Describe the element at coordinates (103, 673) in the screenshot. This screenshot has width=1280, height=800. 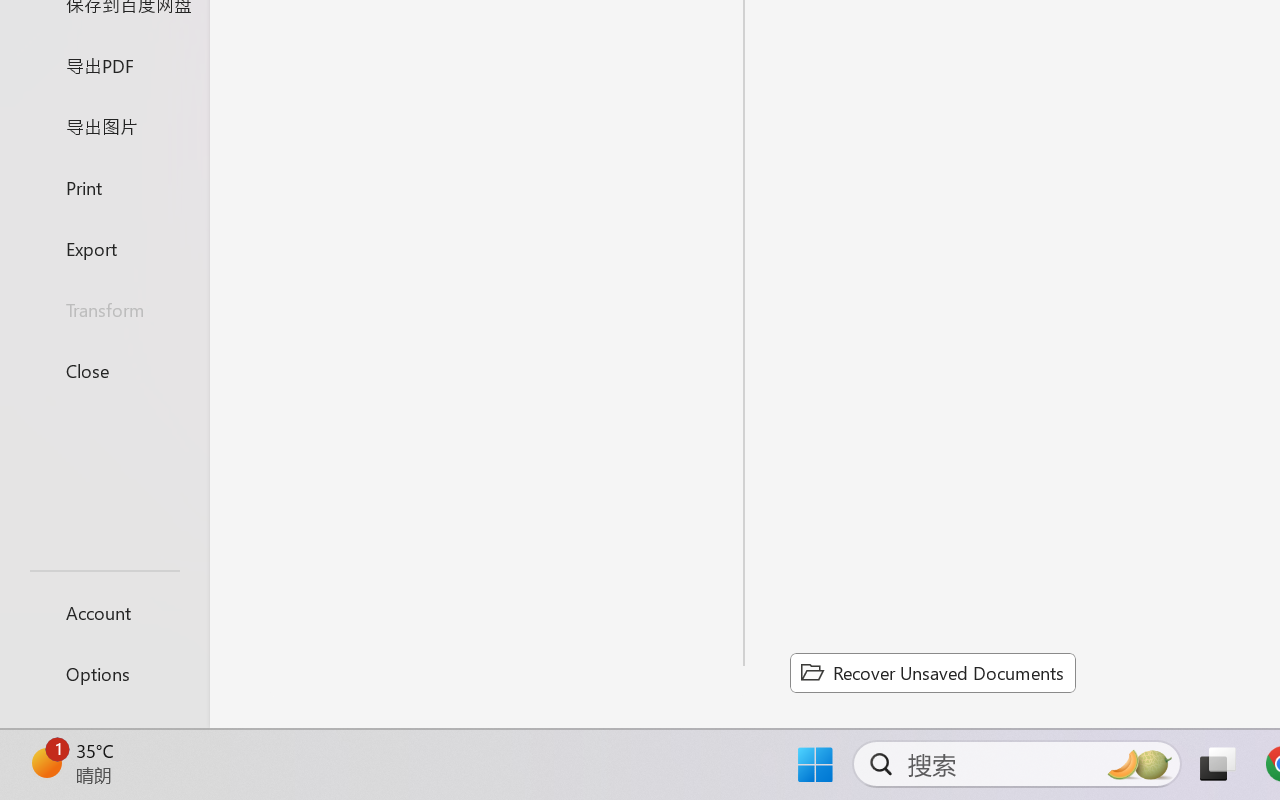
I see `'Options'` at that location.